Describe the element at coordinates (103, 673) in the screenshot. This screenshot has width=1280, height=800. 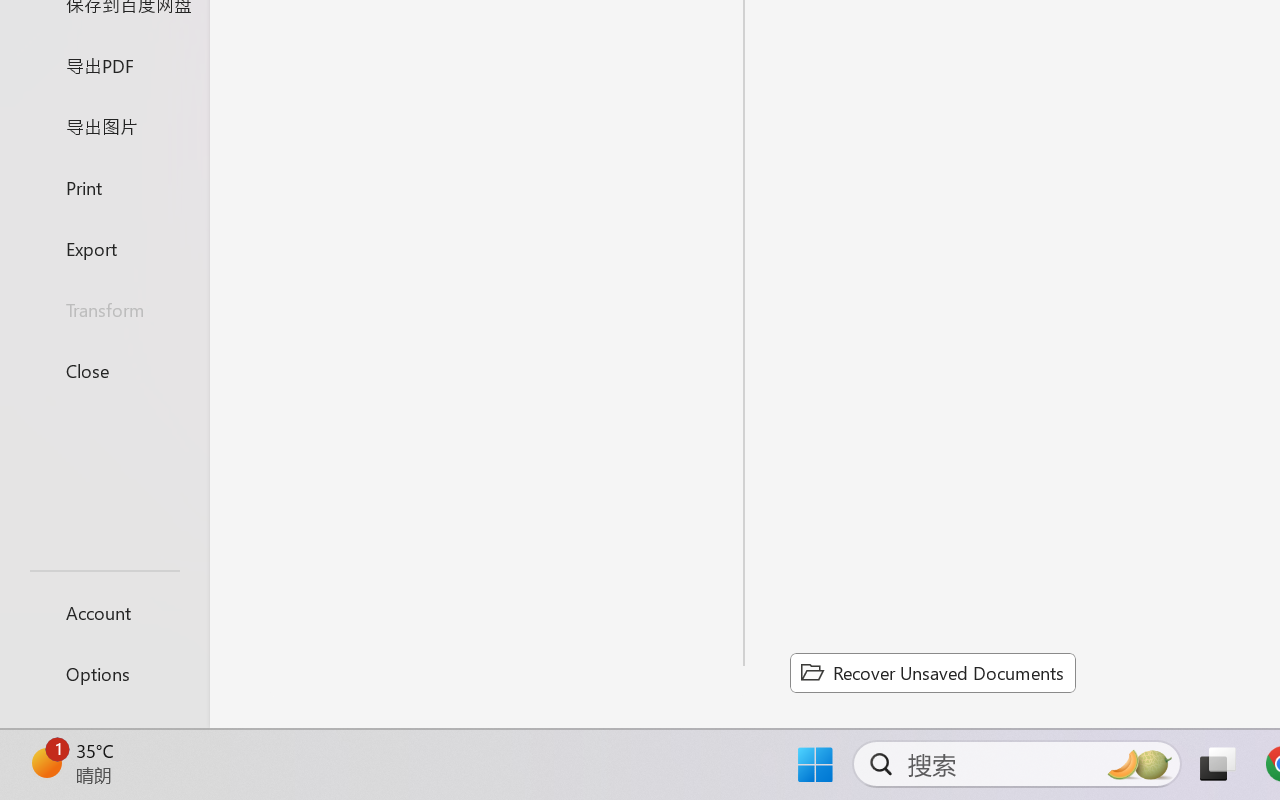
I see `'Options'` at that location.